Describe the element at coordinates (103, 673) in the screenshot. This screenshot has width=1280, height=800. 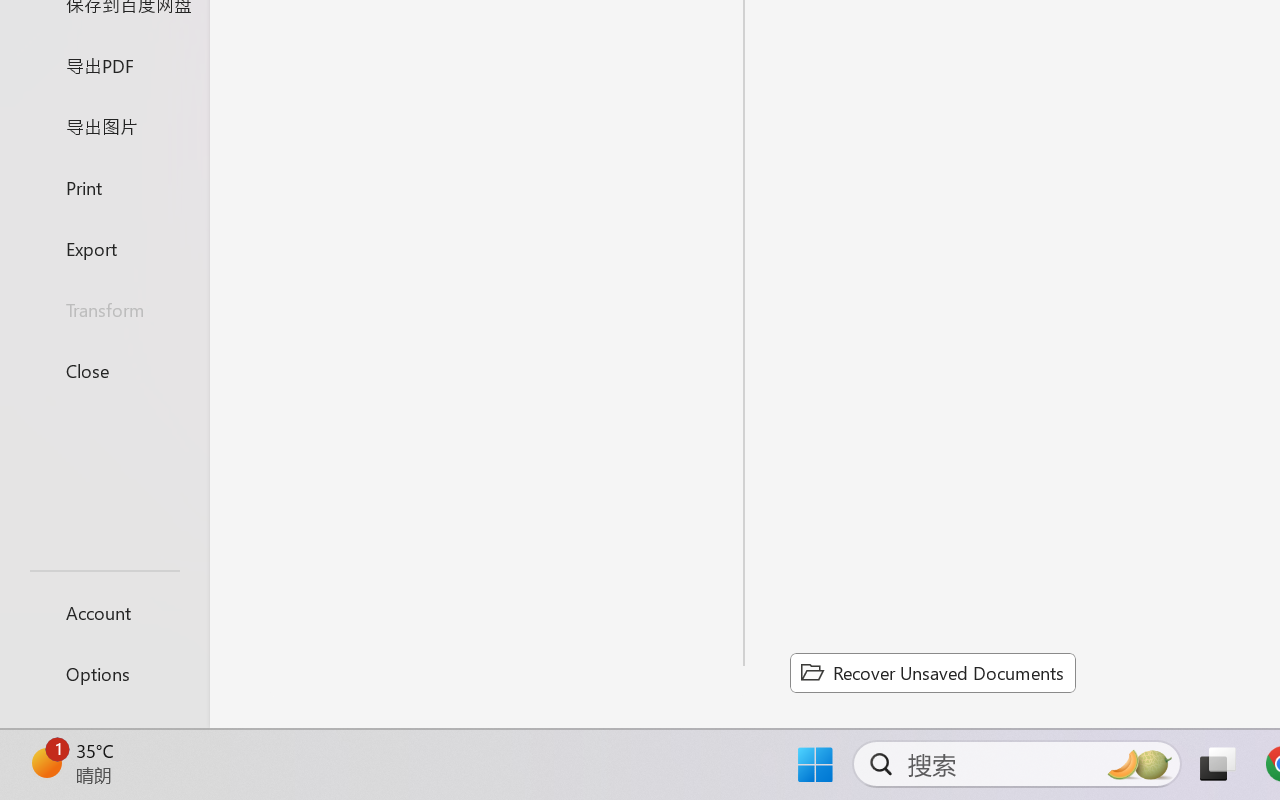
I see `'Options'` at that location.